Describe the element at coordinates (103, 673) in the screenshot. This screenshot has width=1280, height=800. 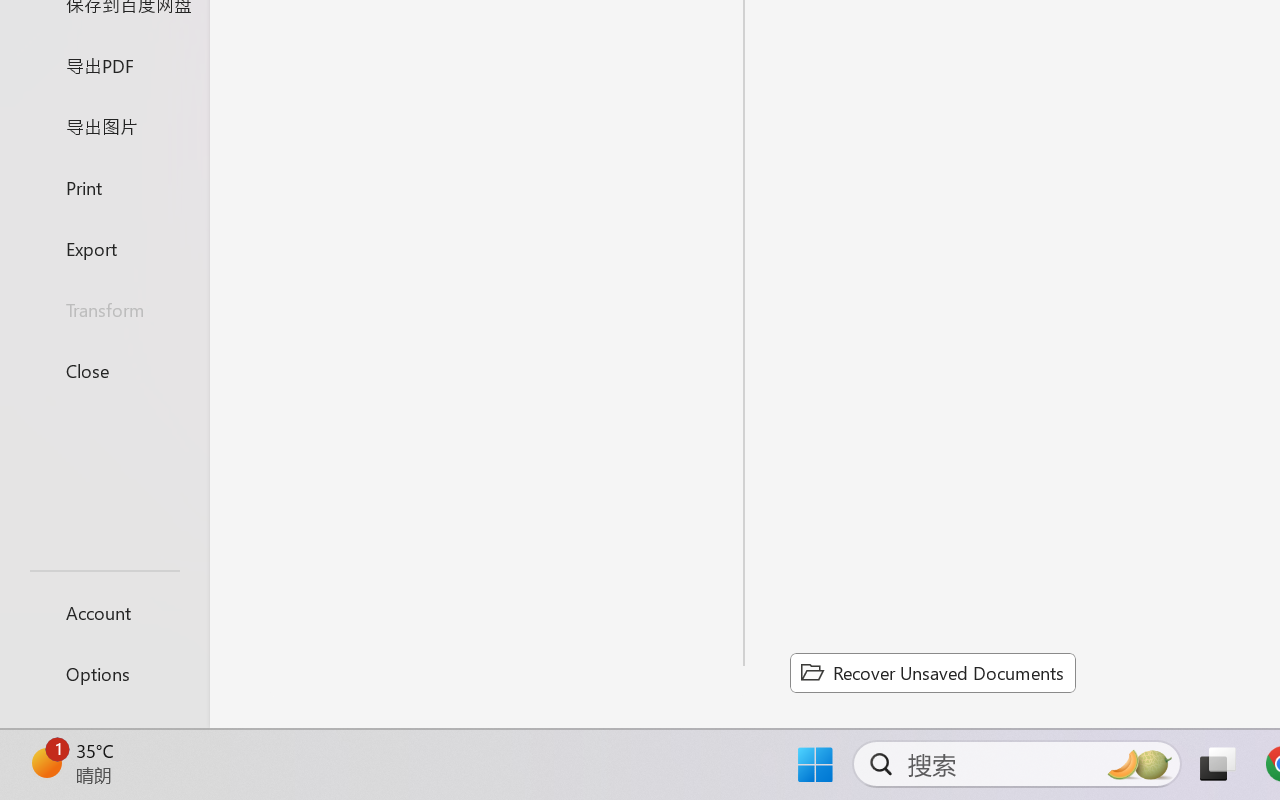
I see `'Options'` at that location.